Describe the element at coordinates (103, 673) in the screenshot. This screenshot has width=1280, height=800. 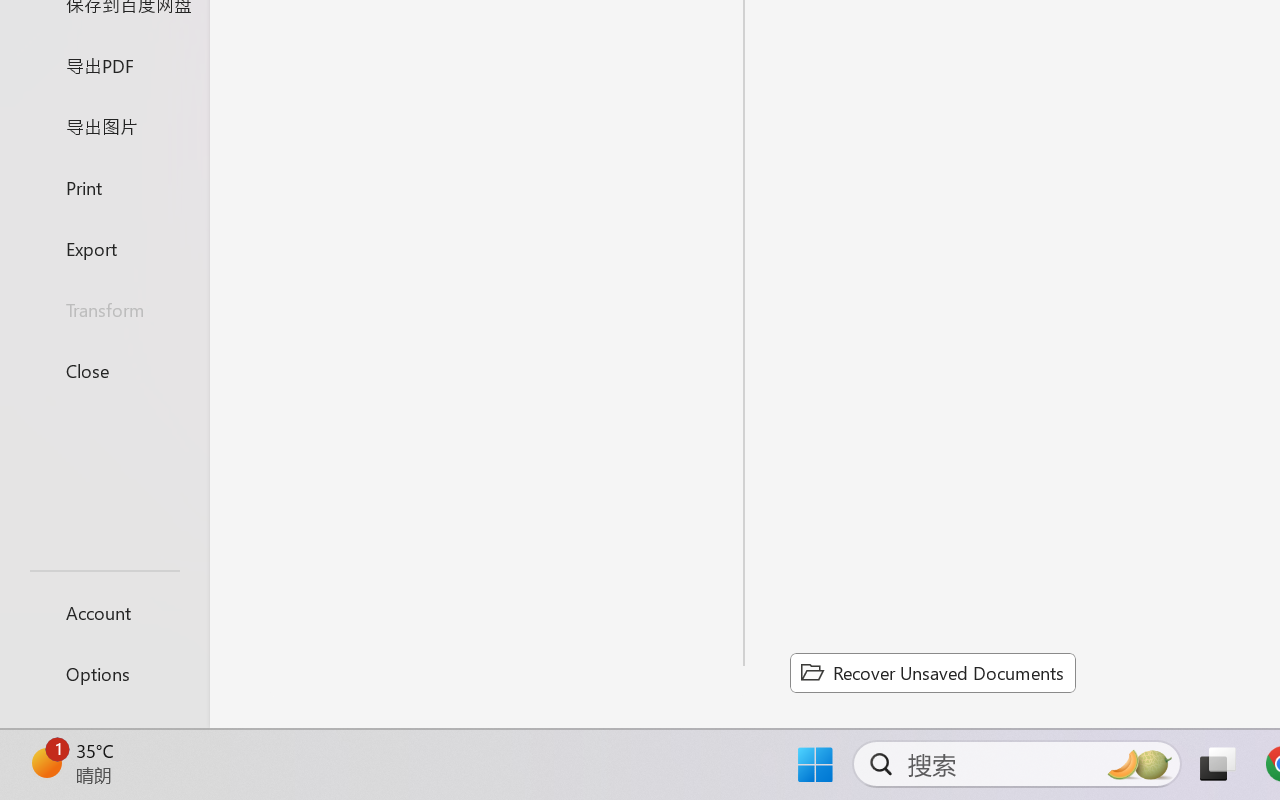
I see `'Options'` at that location.